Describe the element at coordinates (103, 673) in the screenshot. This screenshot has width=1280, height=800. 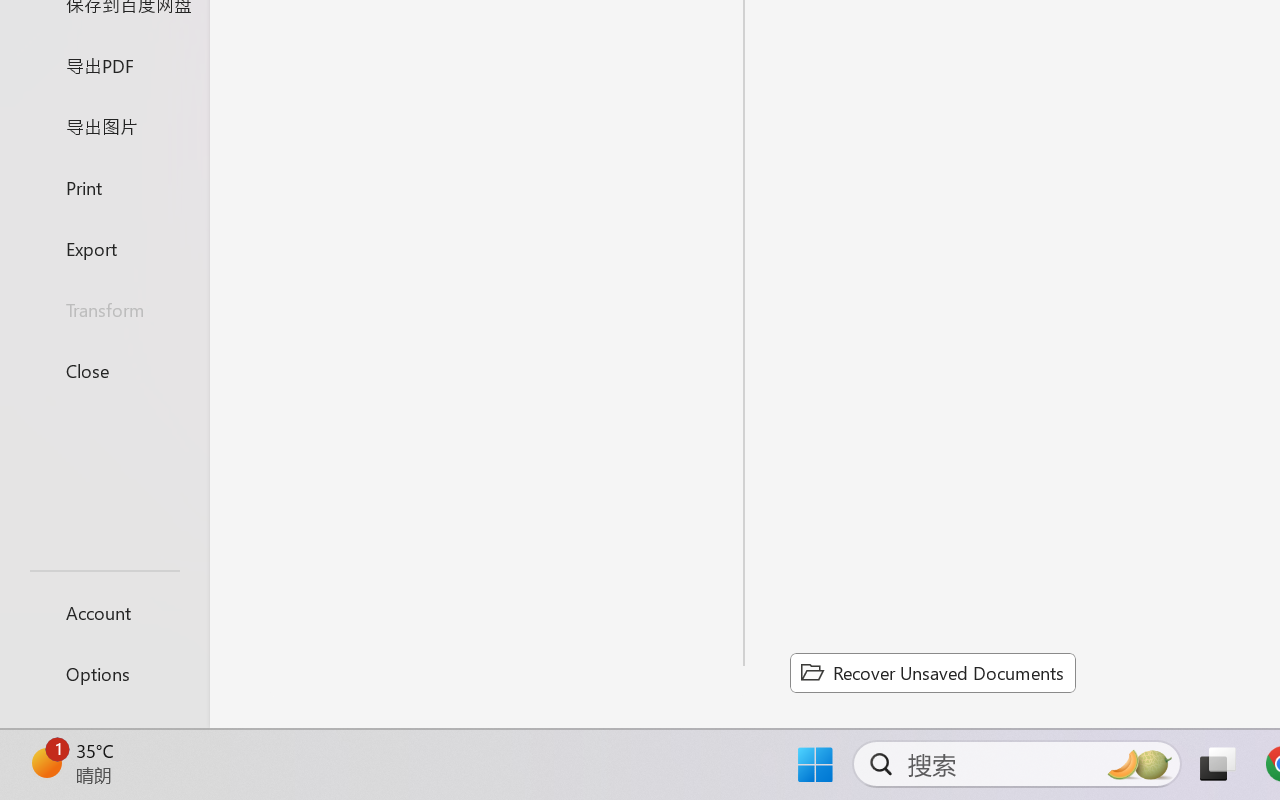
I see `'Options'` at that location.